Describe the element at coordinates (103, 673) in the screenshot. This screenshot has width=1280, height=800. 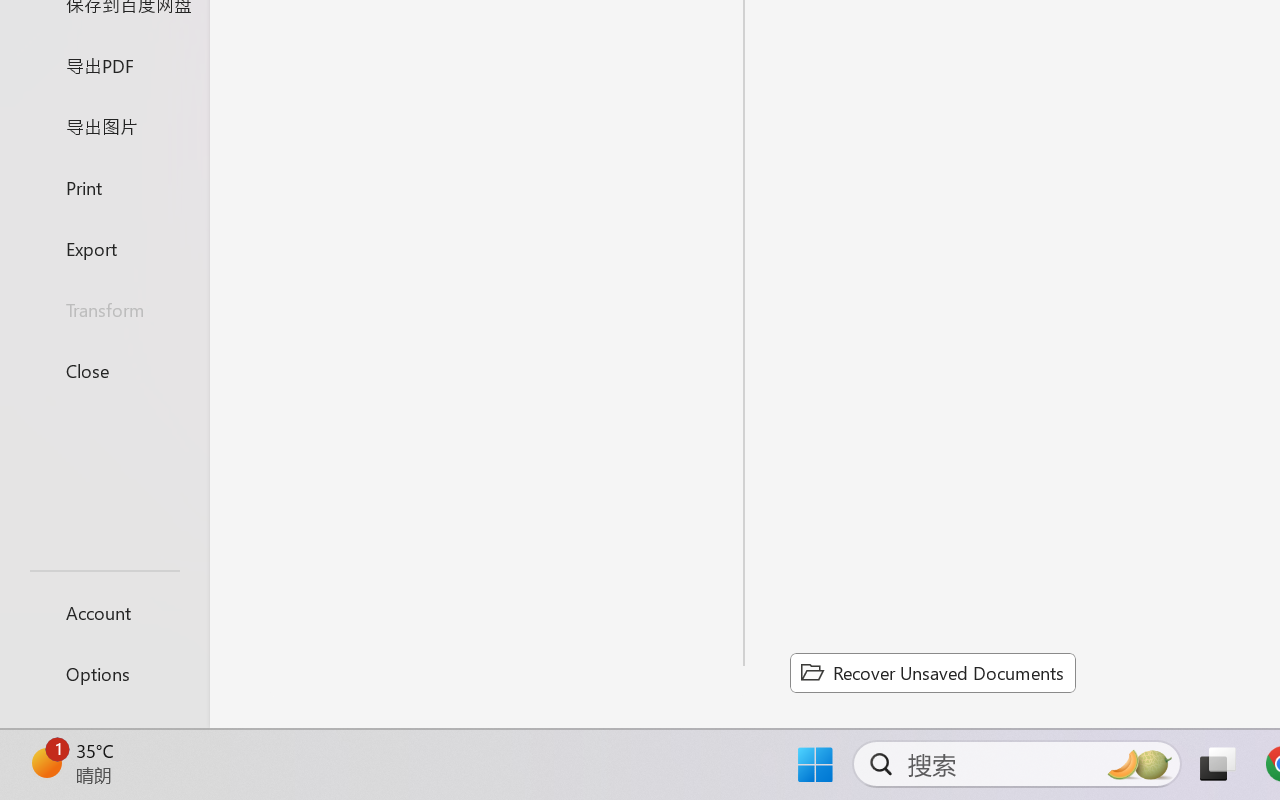
I see `'Options'` at that location.